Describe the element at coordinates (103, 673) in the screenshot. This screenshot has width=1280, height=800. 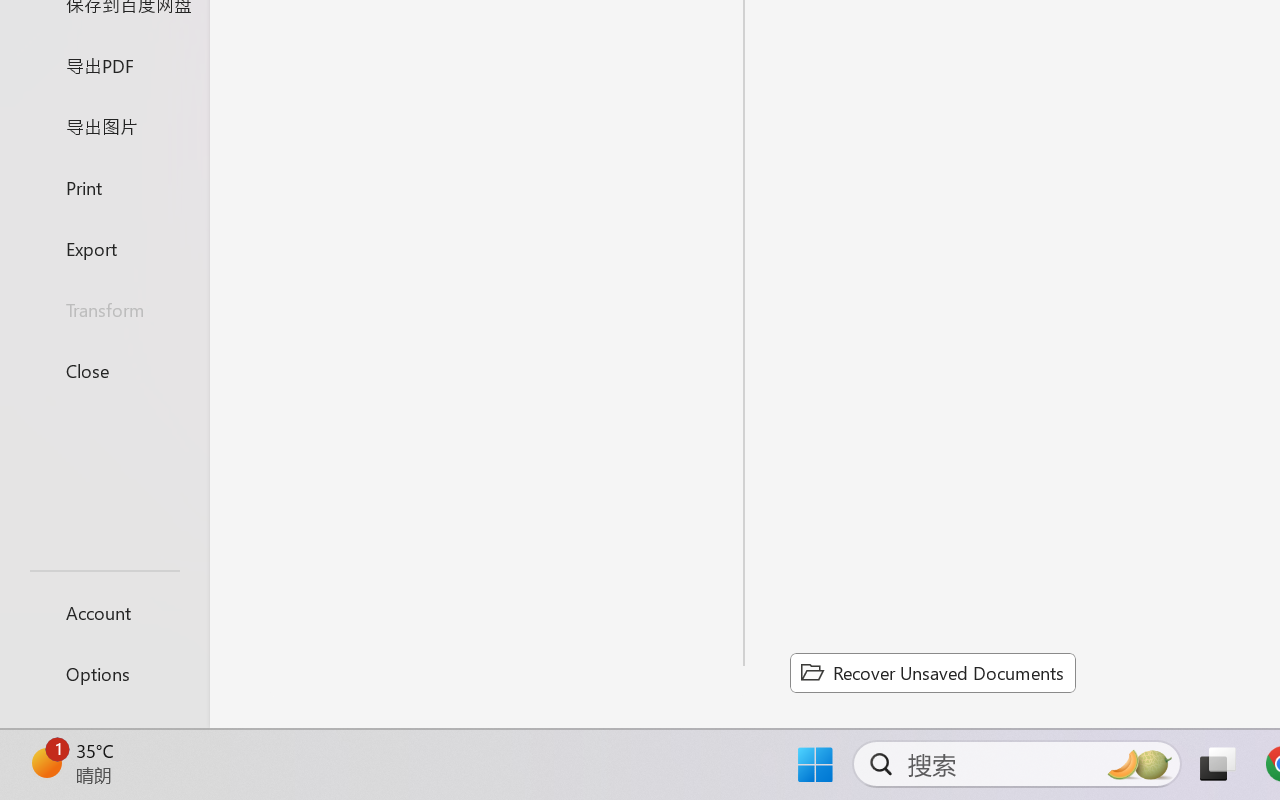
I see `'Options'` at that location.